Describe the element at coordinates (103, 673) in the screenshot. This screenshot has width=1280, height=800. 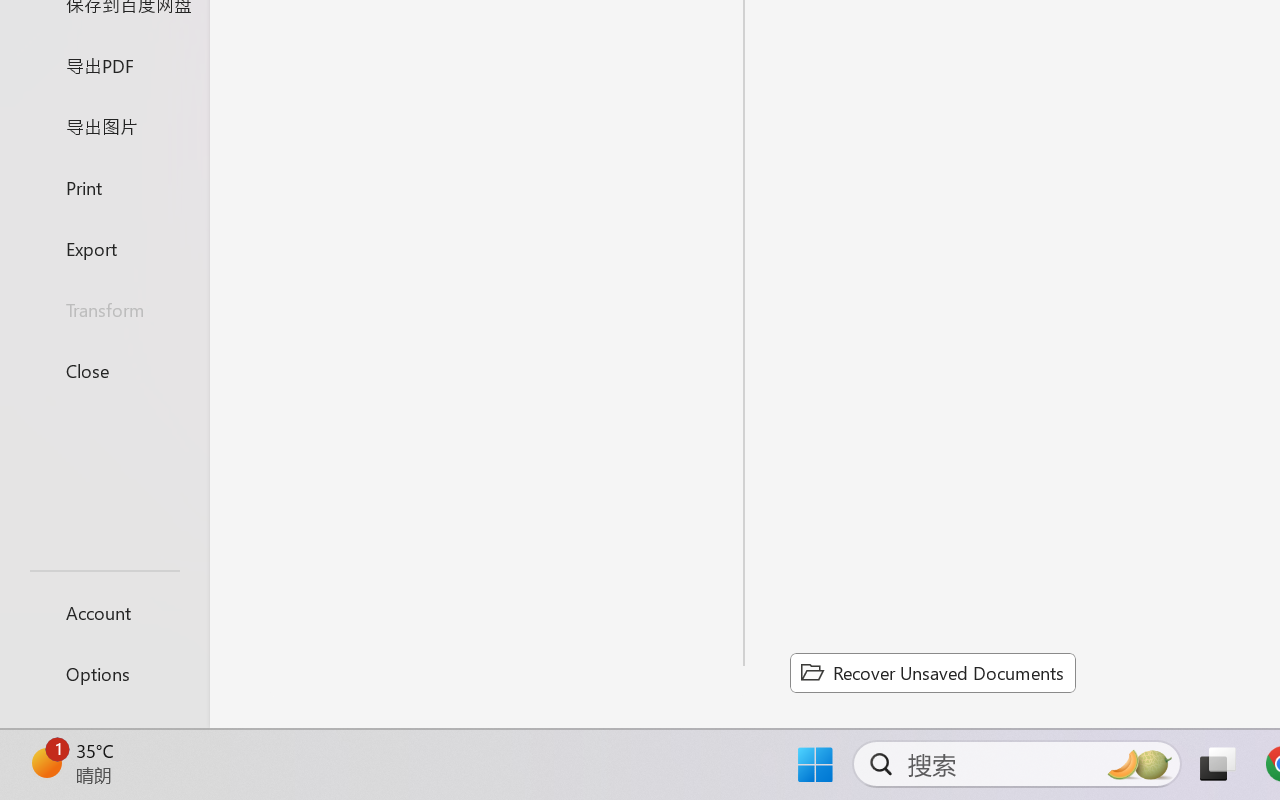
I see `'Options'` at that location.